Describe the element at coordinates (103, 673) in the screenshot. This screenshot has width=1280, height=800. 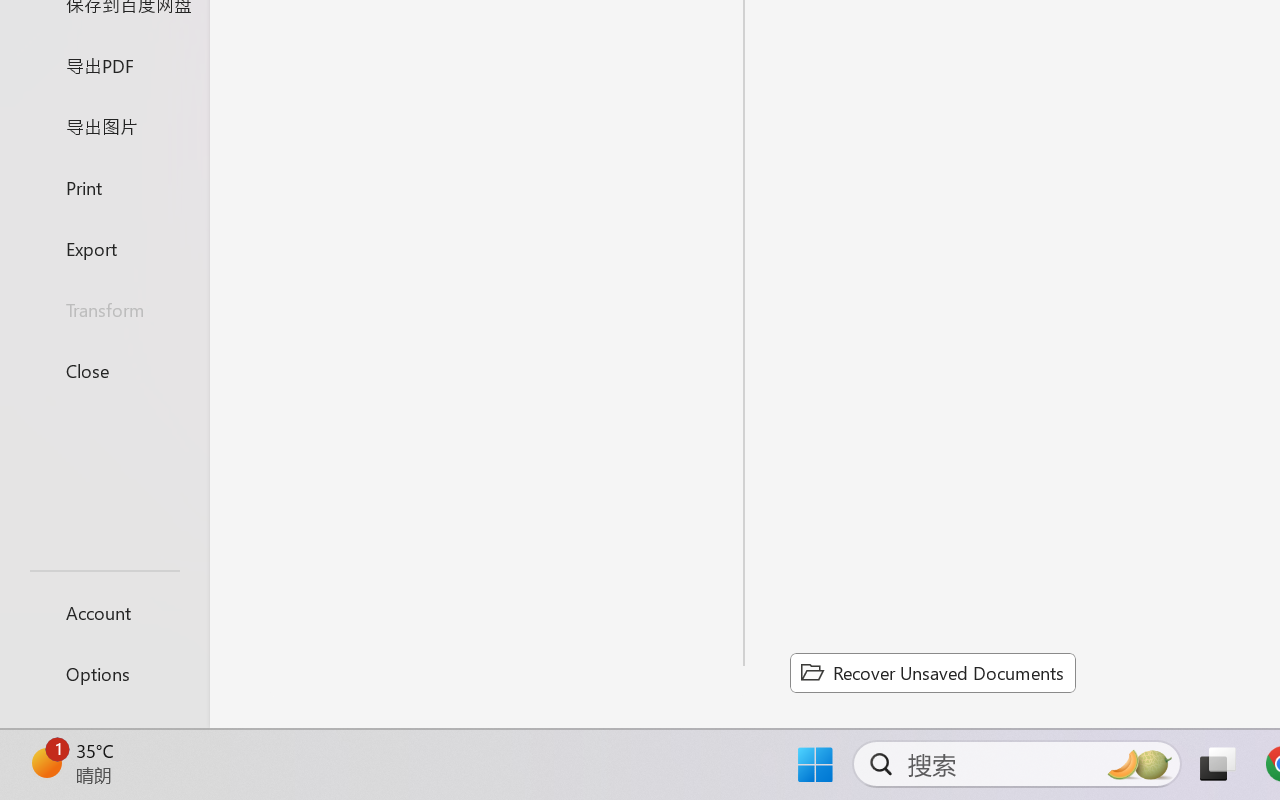
I see `'Options'` at that location.